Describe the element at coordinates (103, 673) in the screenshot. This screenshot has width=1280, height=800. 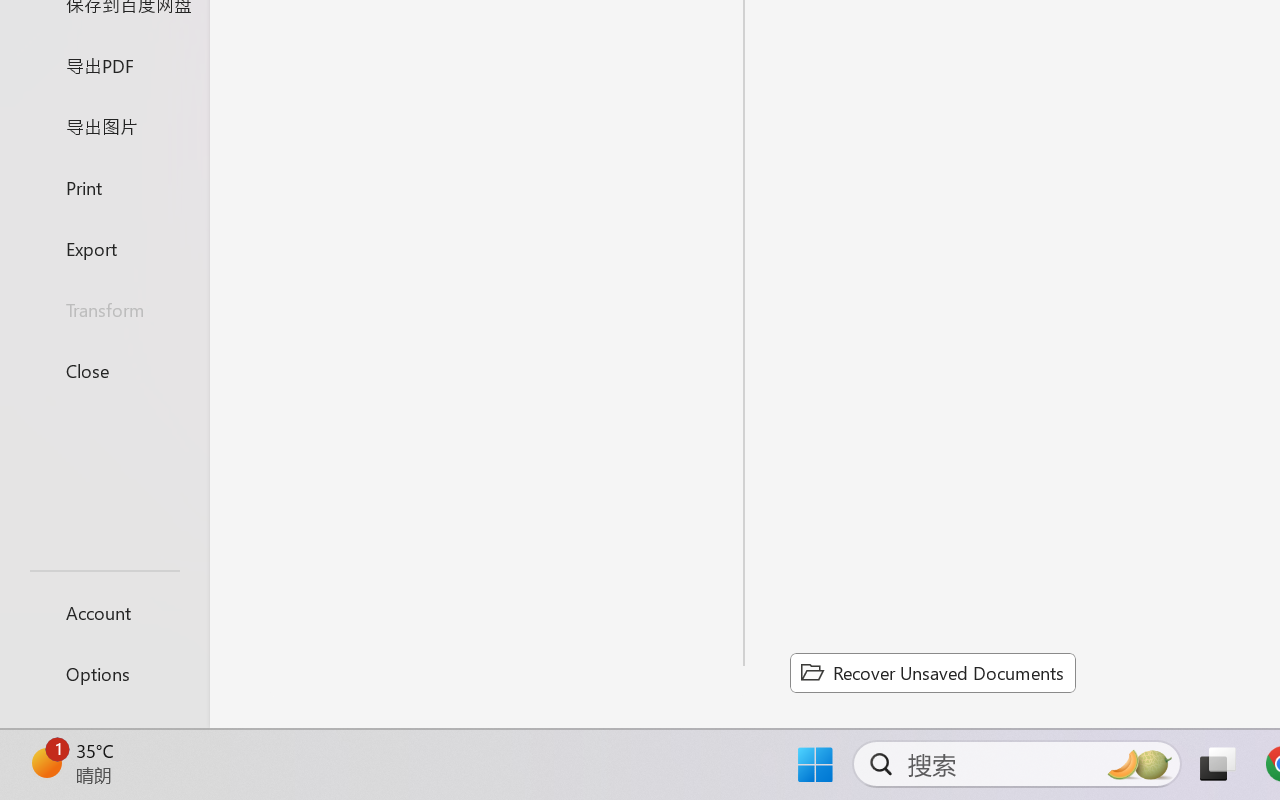
I see `'Options'` at that location.